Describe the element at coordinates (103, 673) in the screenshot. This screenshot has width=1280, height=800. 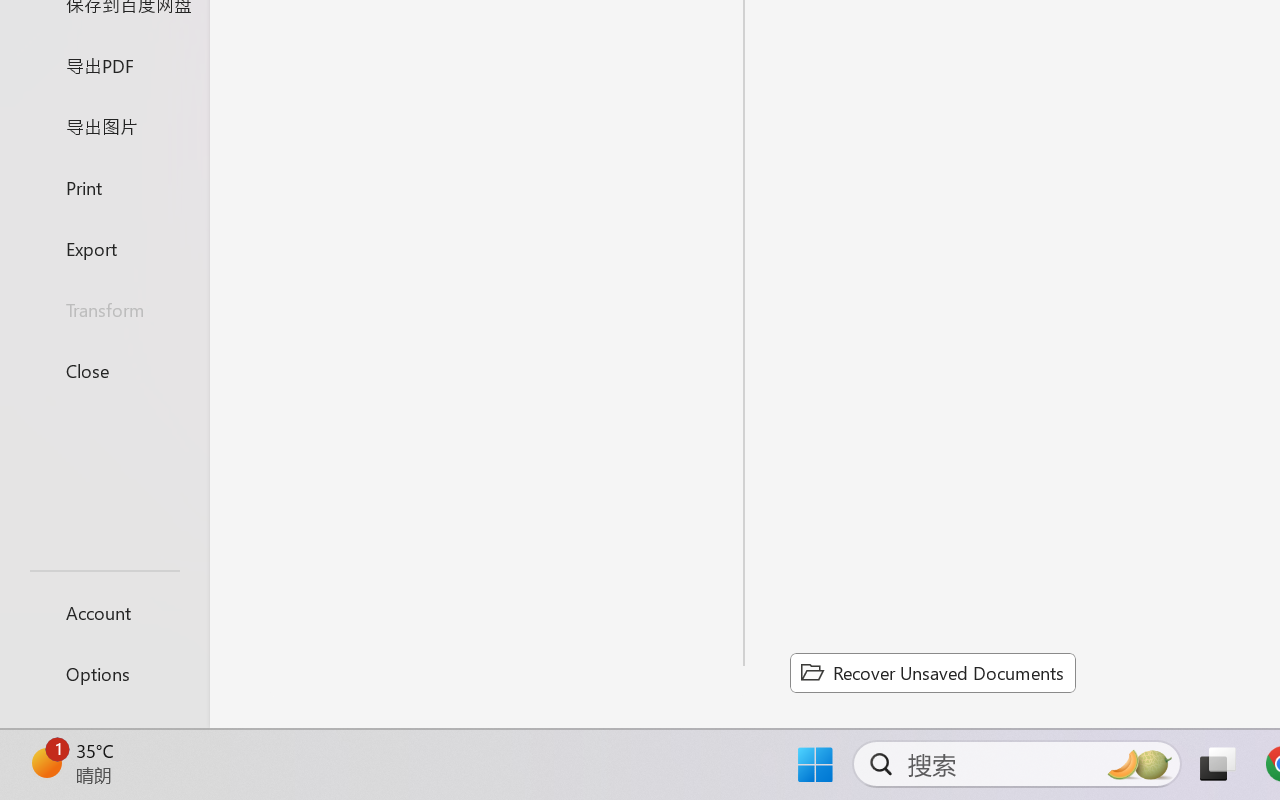
I see `'Options'` at that location.